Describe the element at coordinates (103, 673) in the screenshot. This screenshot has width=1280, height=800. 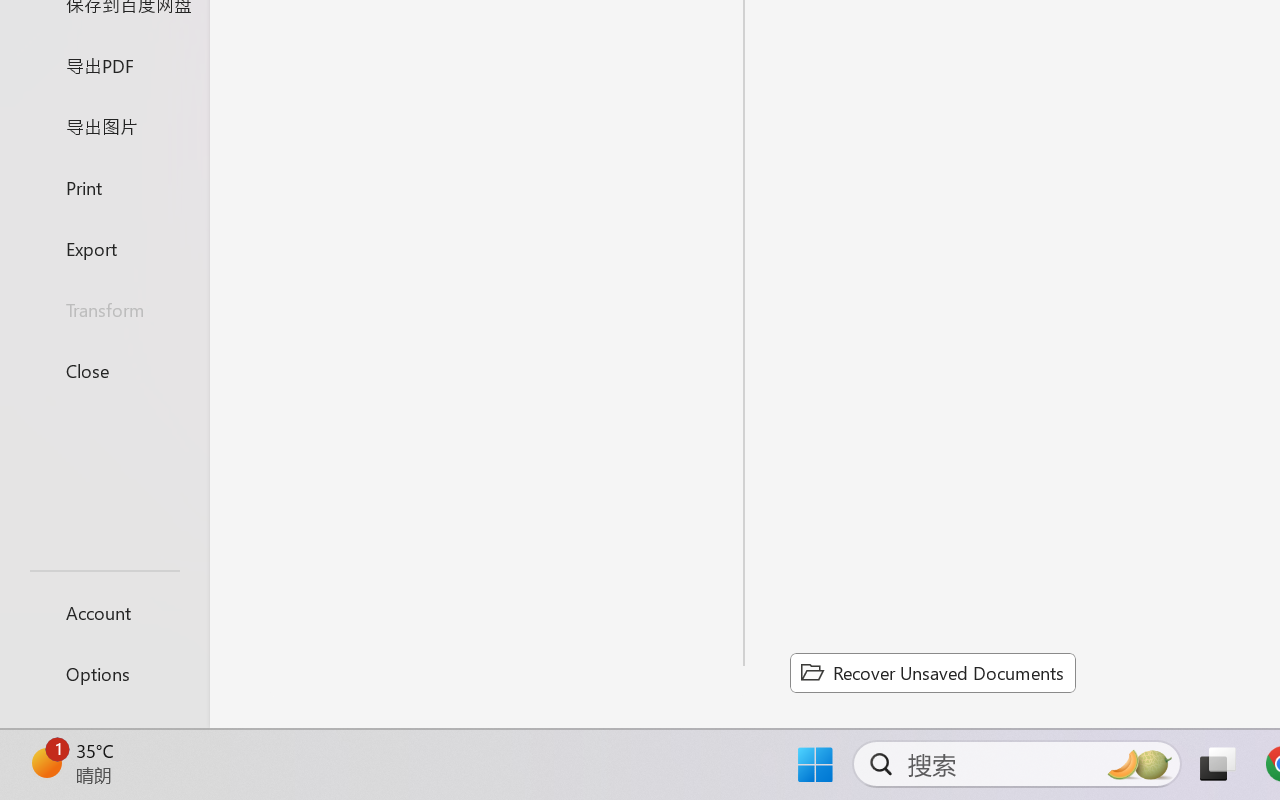
I see `'Options'` at that location.